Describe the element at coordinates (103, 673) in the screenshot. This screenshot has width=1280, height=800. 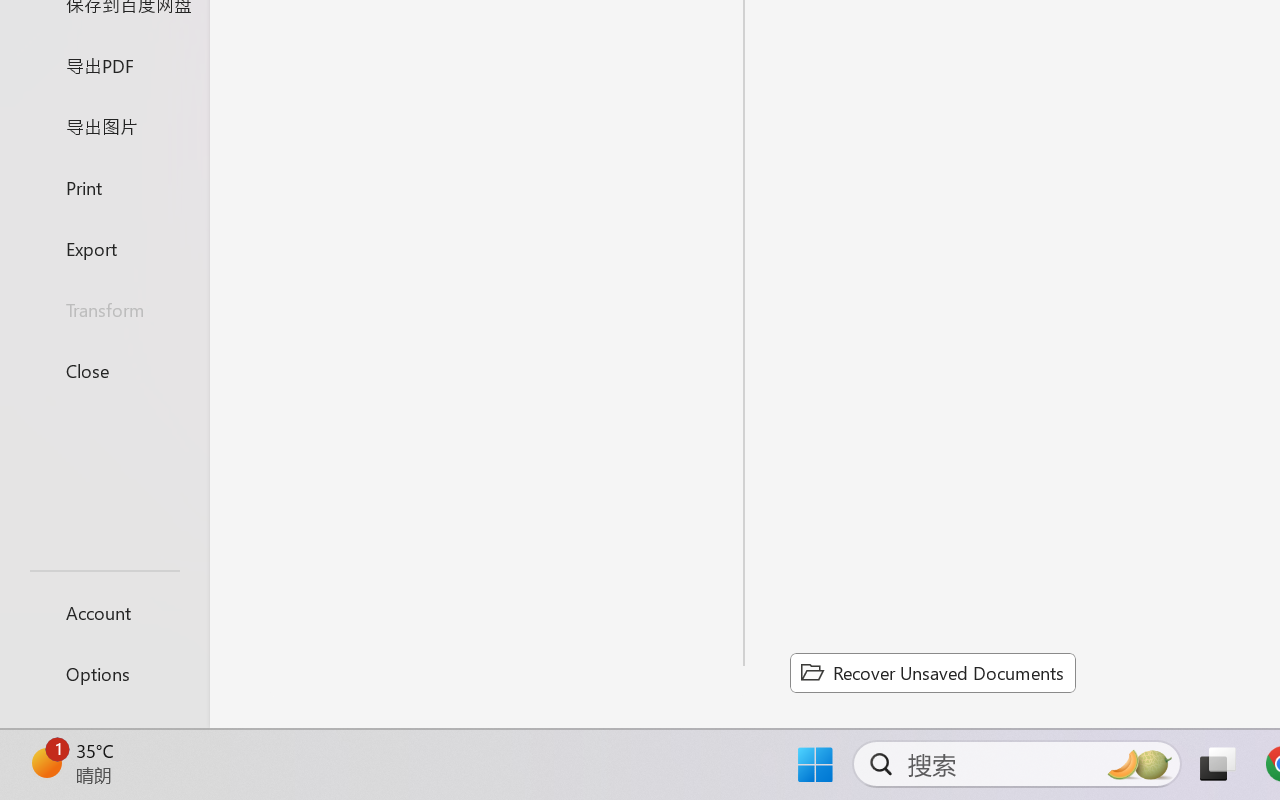
I see `'Options'` at that location.